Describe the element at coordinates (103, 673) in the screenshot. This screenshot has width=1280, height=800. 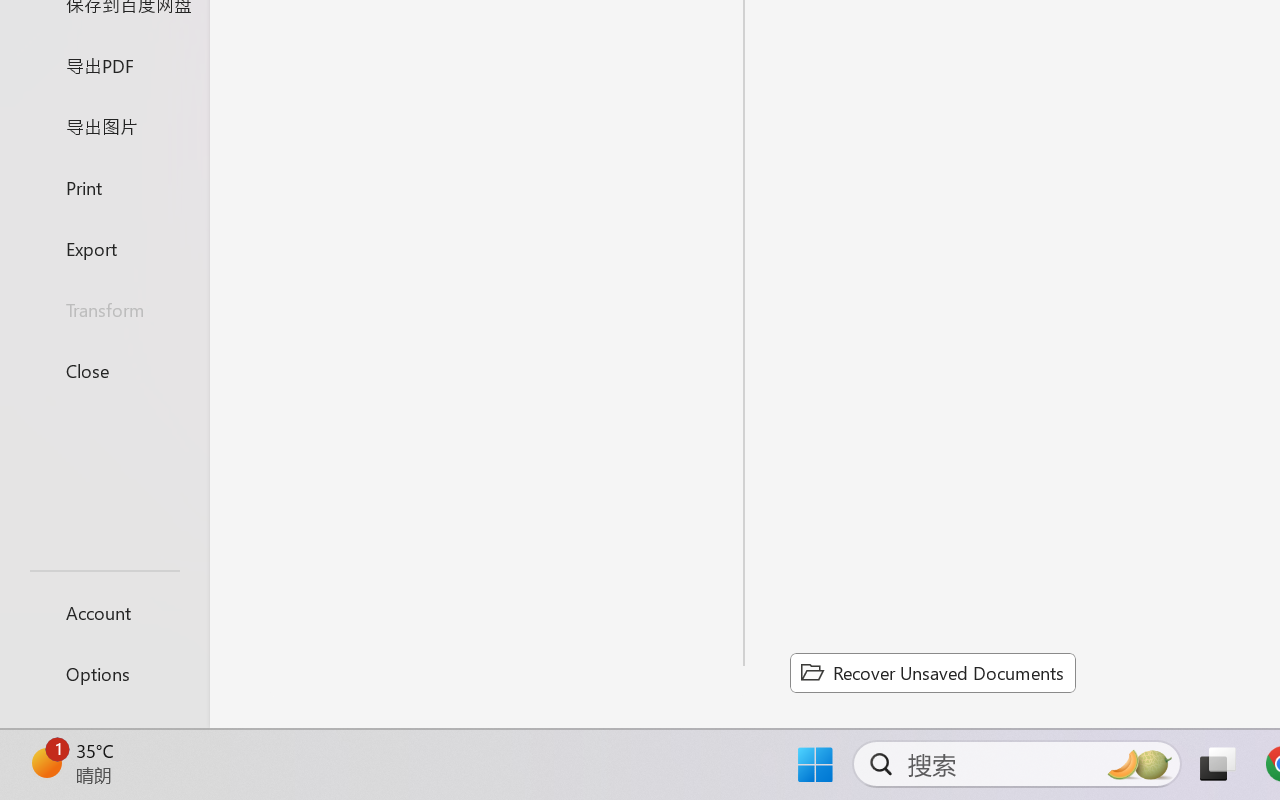
I see `'Options'` at that location.